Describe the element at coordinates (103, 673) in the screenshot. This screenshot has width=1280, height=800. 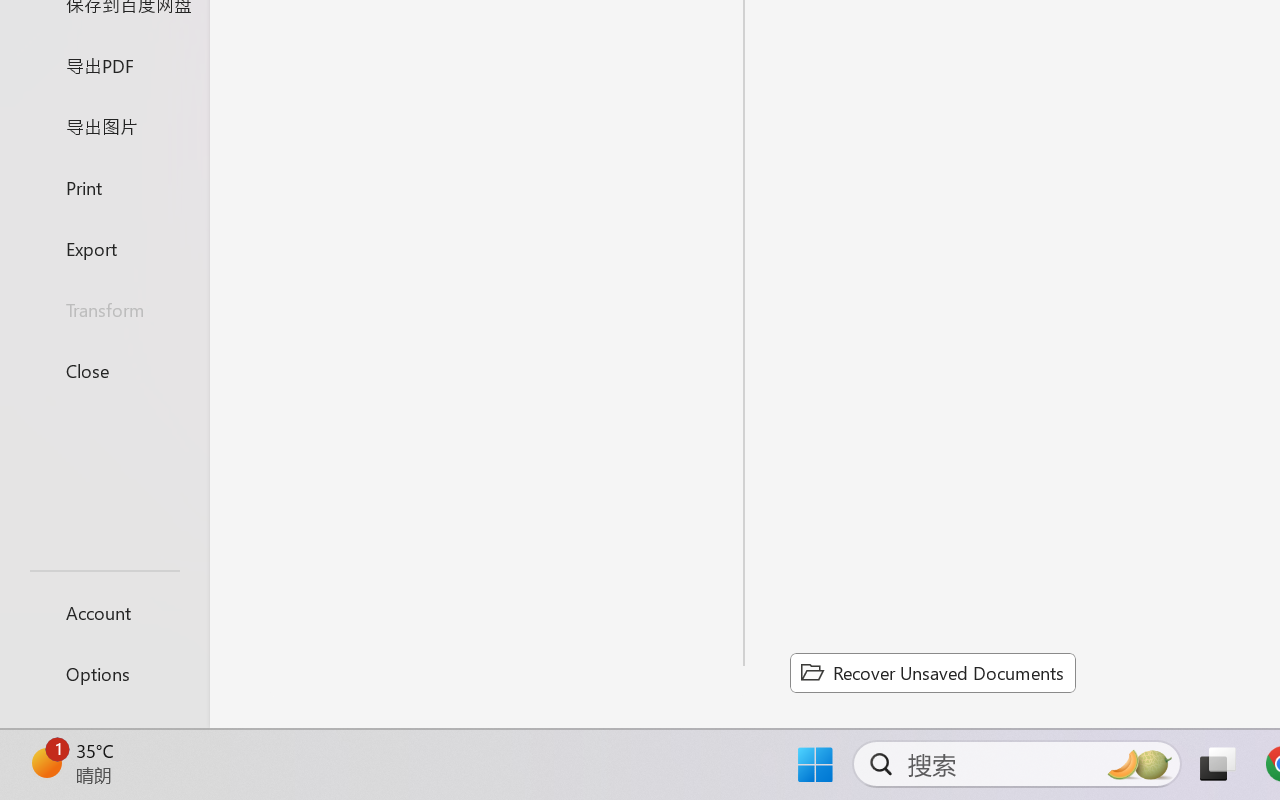
I see `'Options'` at that location.